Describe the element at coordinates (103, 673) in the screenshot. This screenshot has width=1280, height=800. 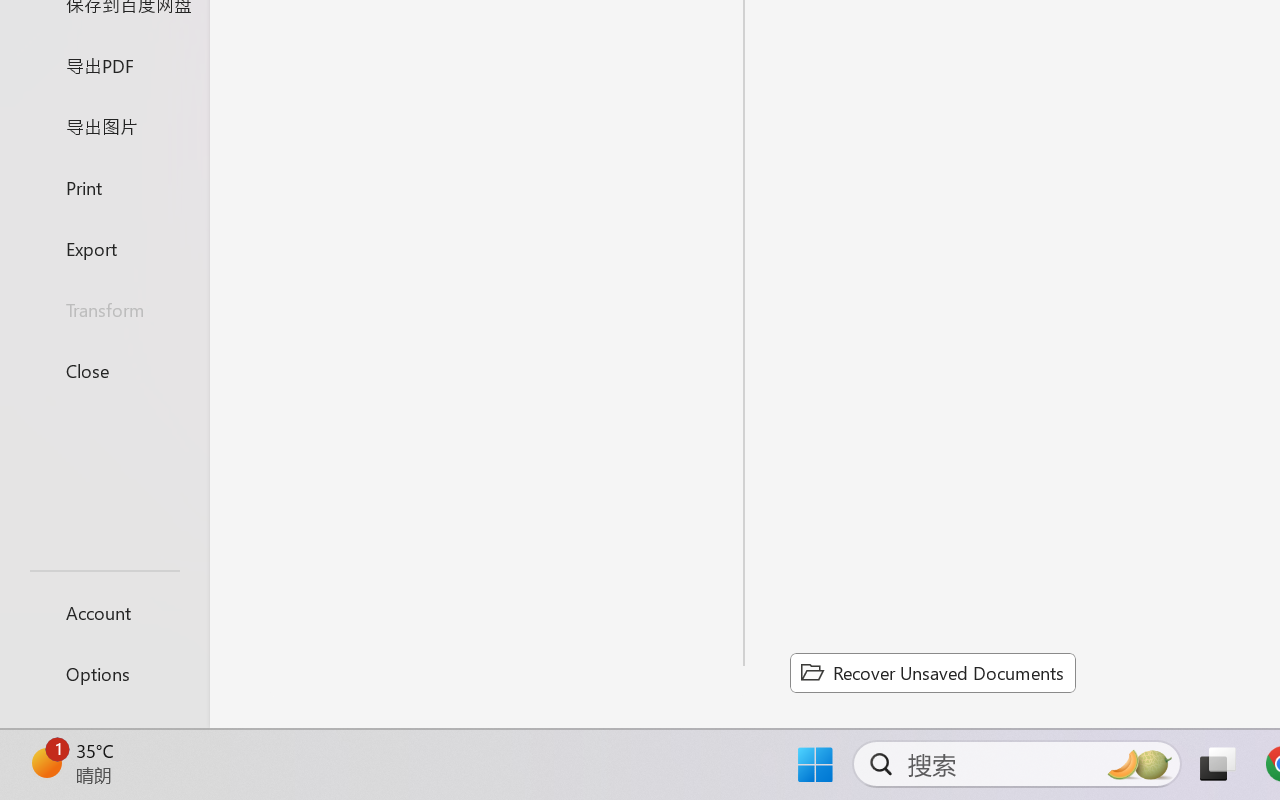
I see `'Options'` at that location.